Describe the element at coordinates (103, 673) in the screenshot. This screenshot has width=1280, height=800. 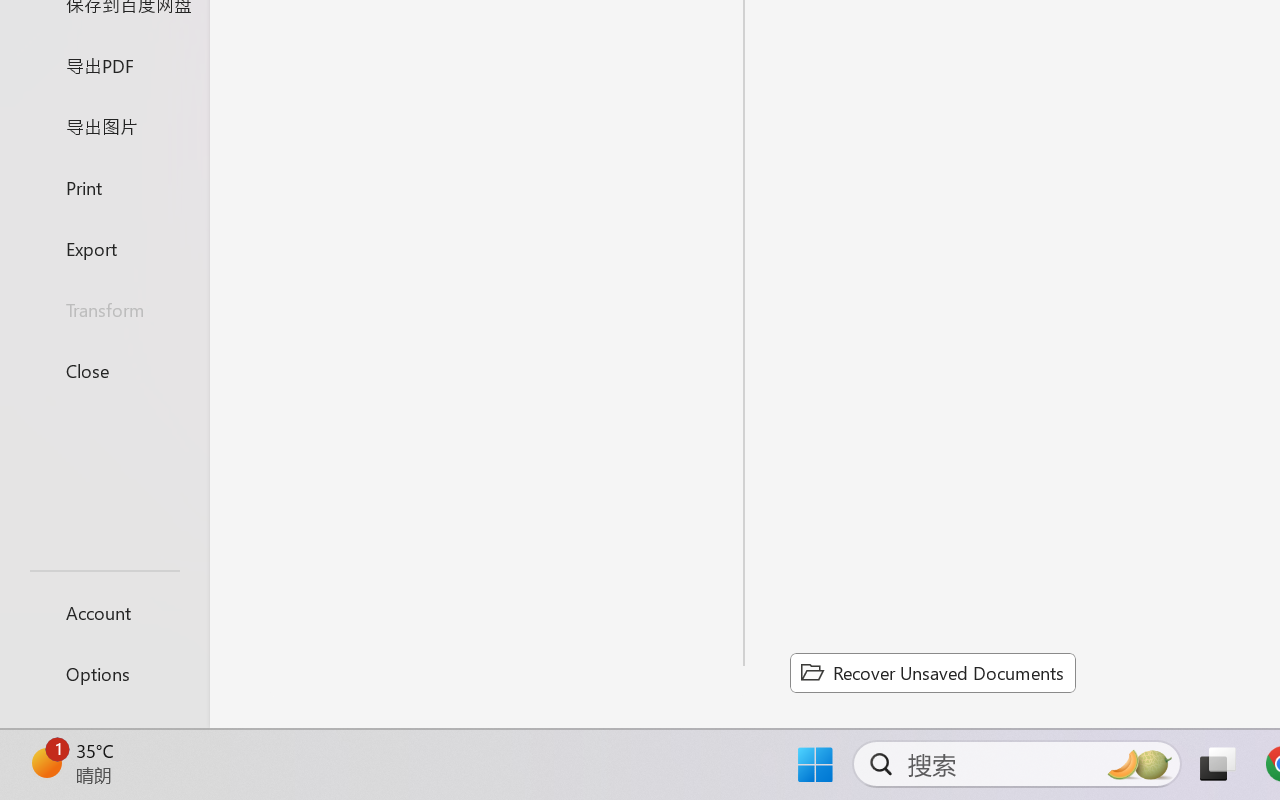
I see `'Options'` at that location.